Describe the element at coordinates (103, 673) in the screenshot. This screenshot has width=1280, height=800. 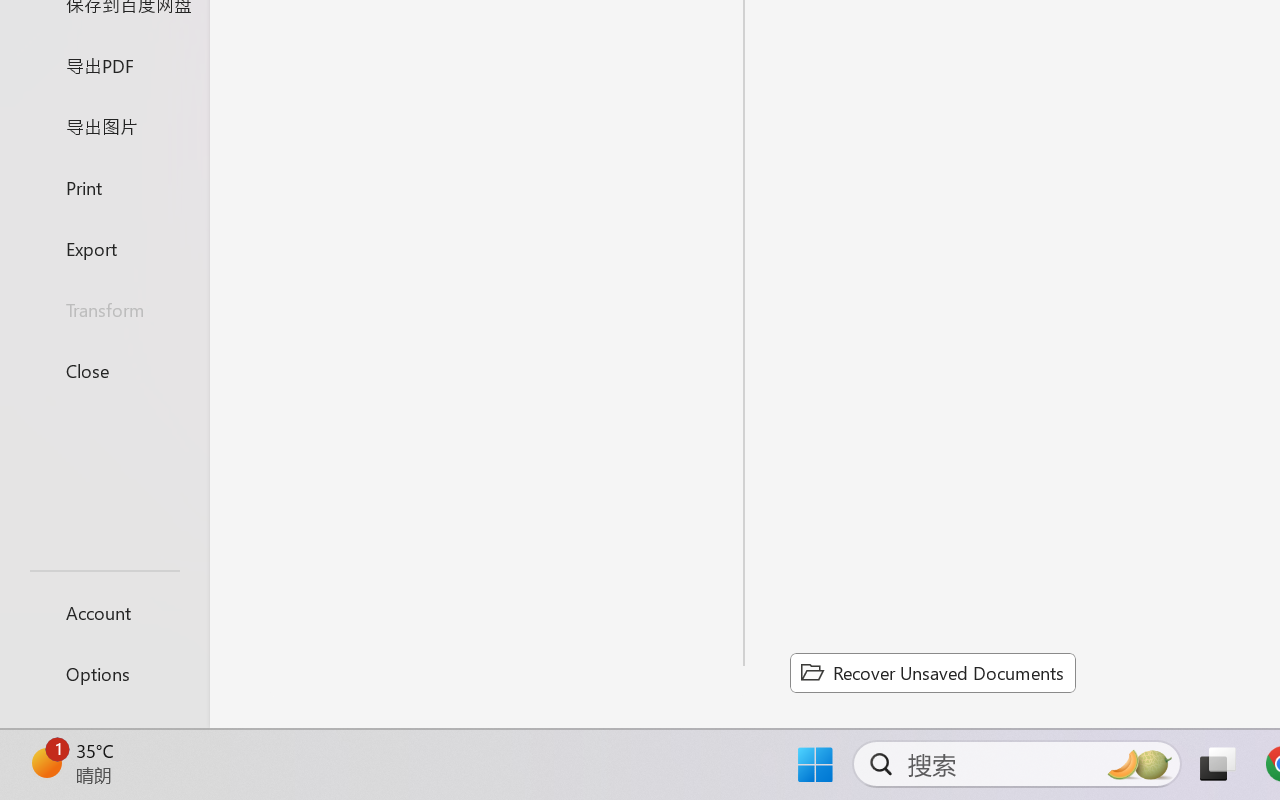
I see `'Options'` at that location.